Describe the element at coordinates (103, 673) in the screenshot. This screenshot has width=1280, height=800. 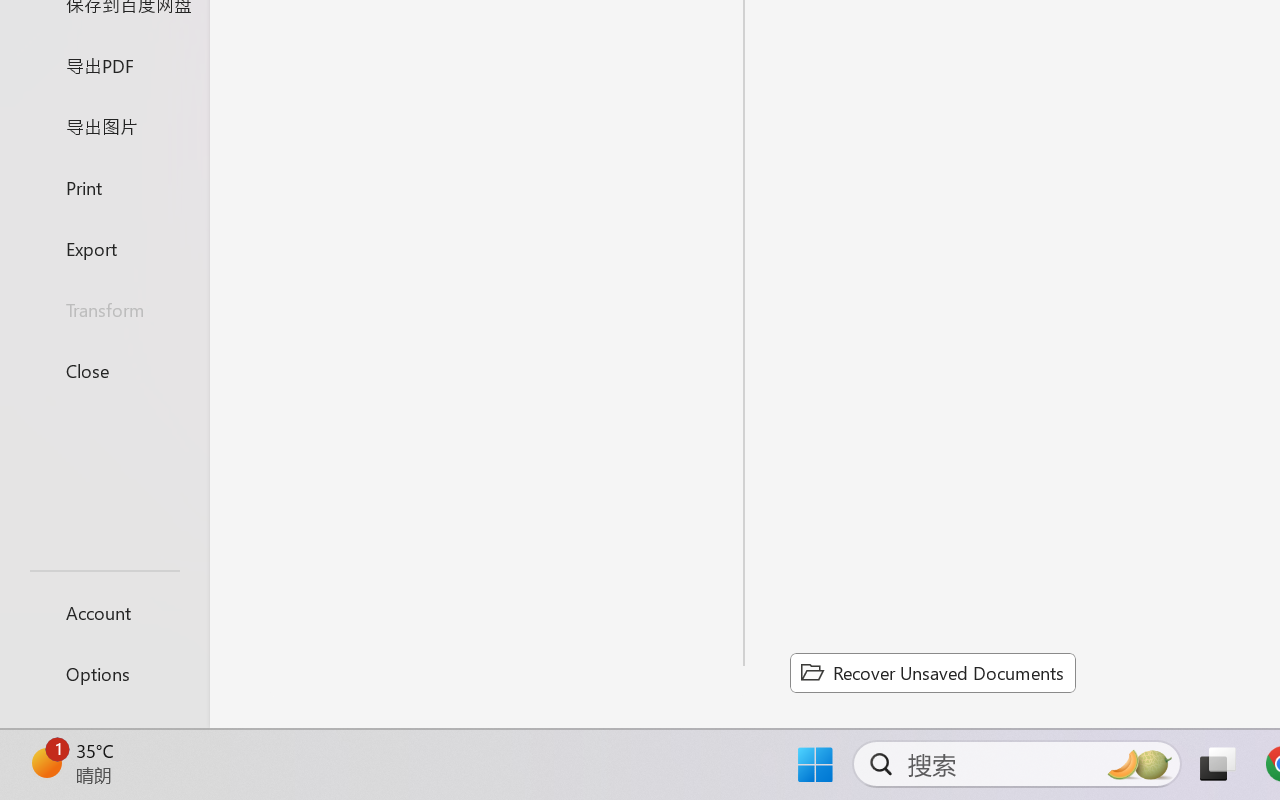
I see `'Options'` at that location.